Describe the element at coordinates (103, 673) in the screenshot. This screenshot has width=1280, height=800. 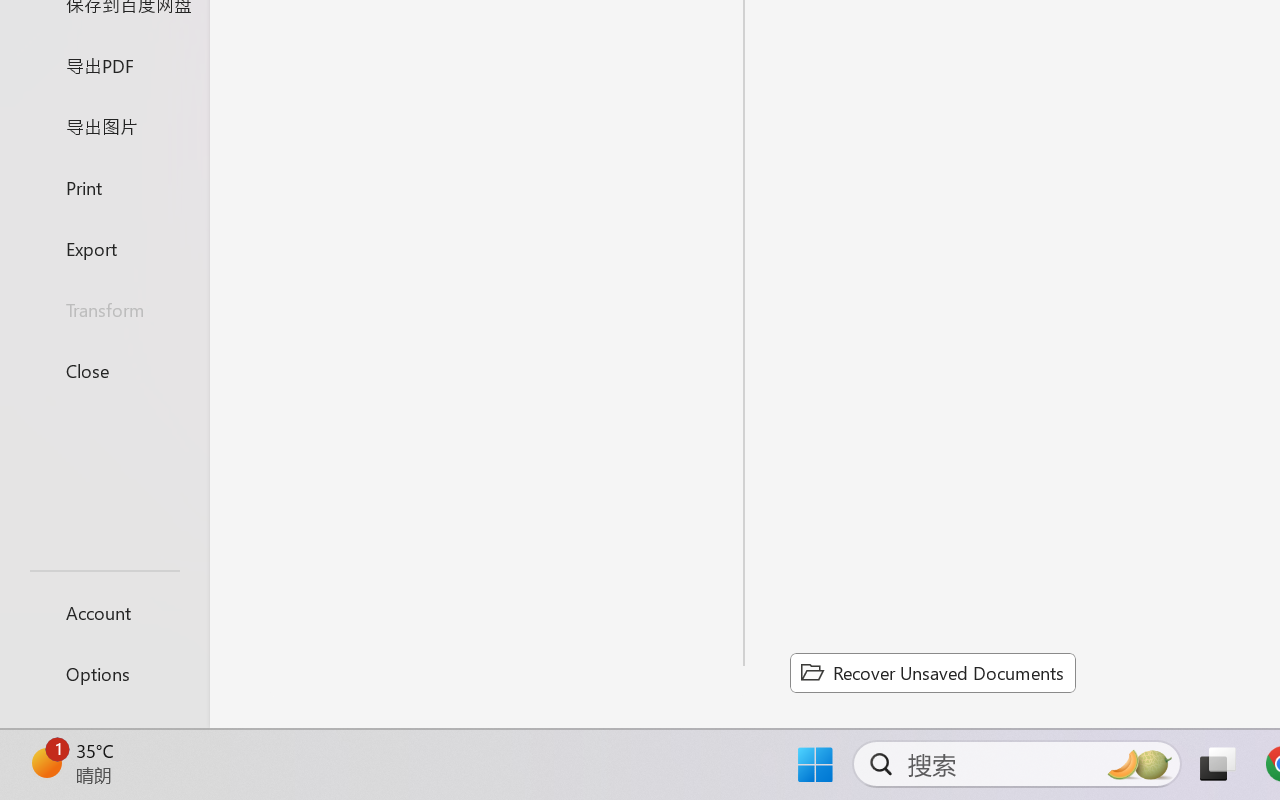
I see `'Options'` at that location.